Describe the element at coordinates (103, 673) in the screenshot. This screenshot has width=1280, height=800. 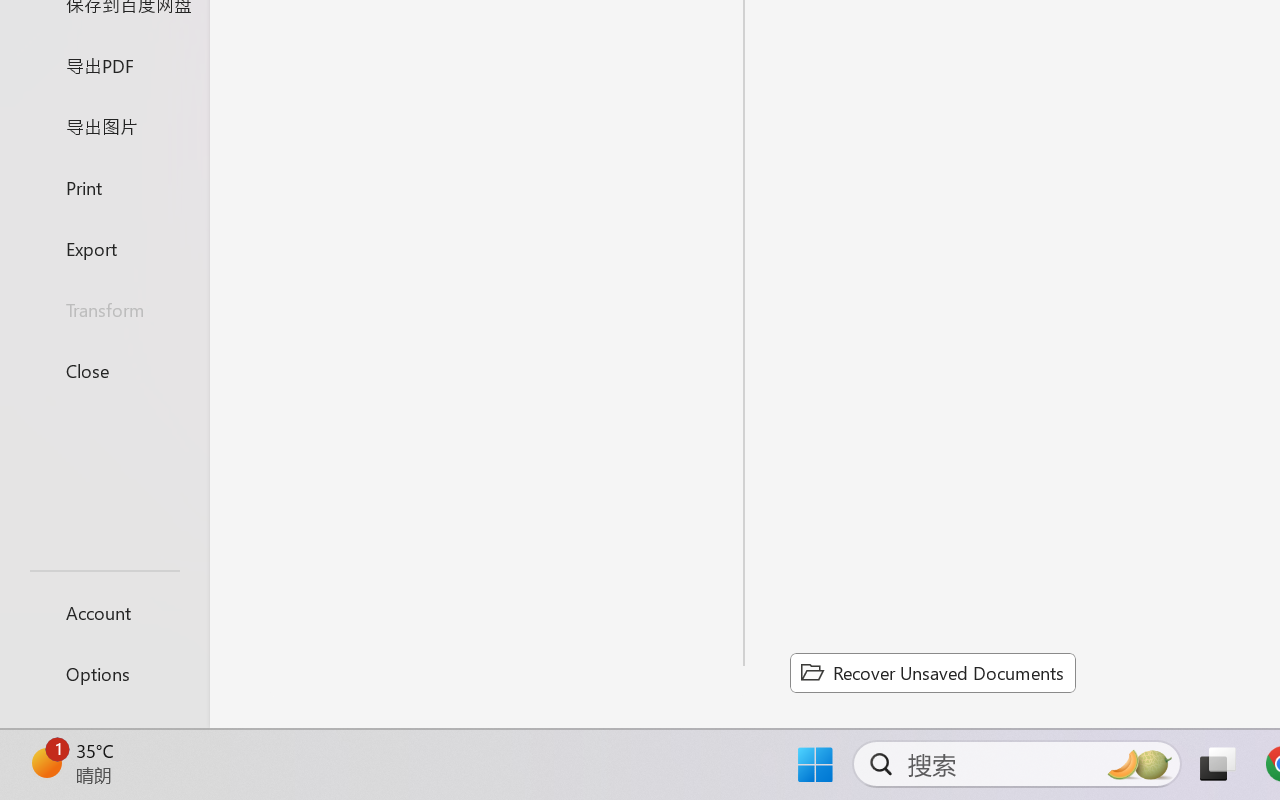
I see `'Options'` at that location.